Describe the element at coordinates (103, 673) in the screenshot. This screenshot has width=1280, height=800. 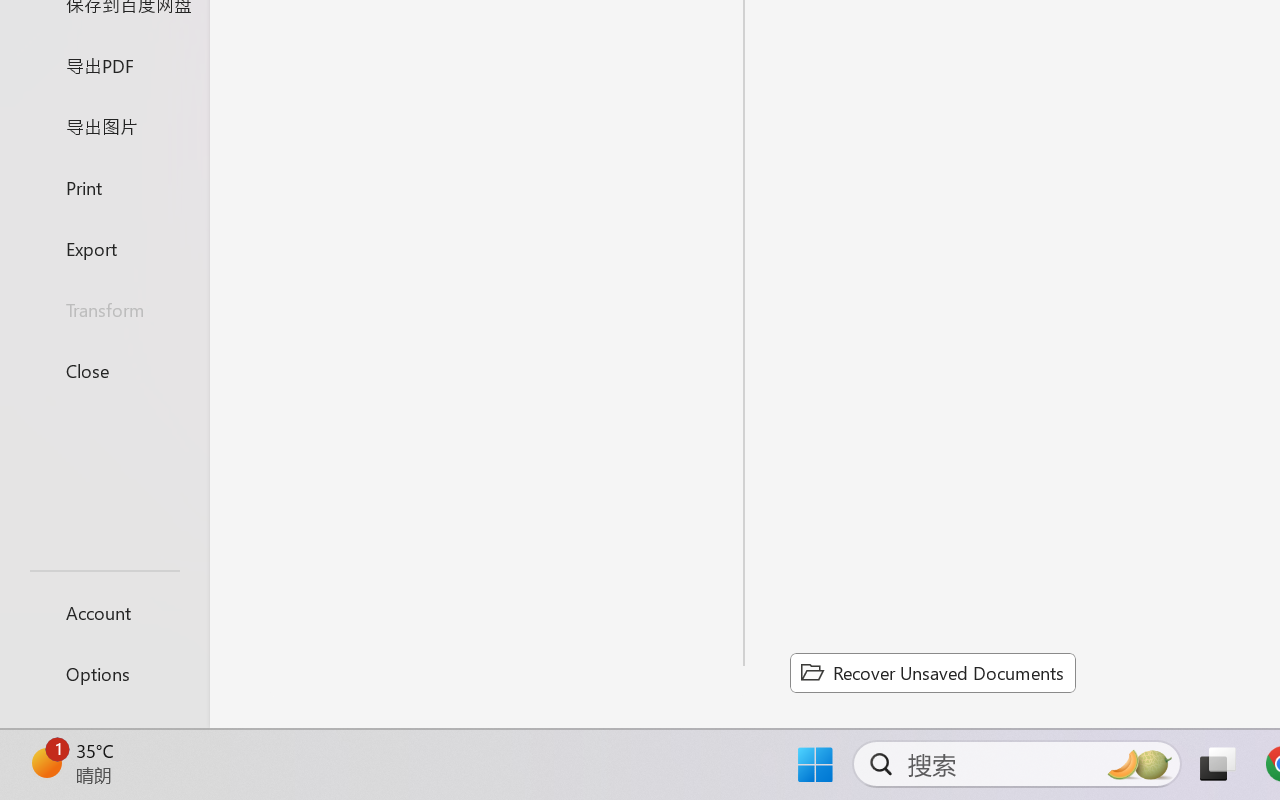
I see `'Options'` at that location.